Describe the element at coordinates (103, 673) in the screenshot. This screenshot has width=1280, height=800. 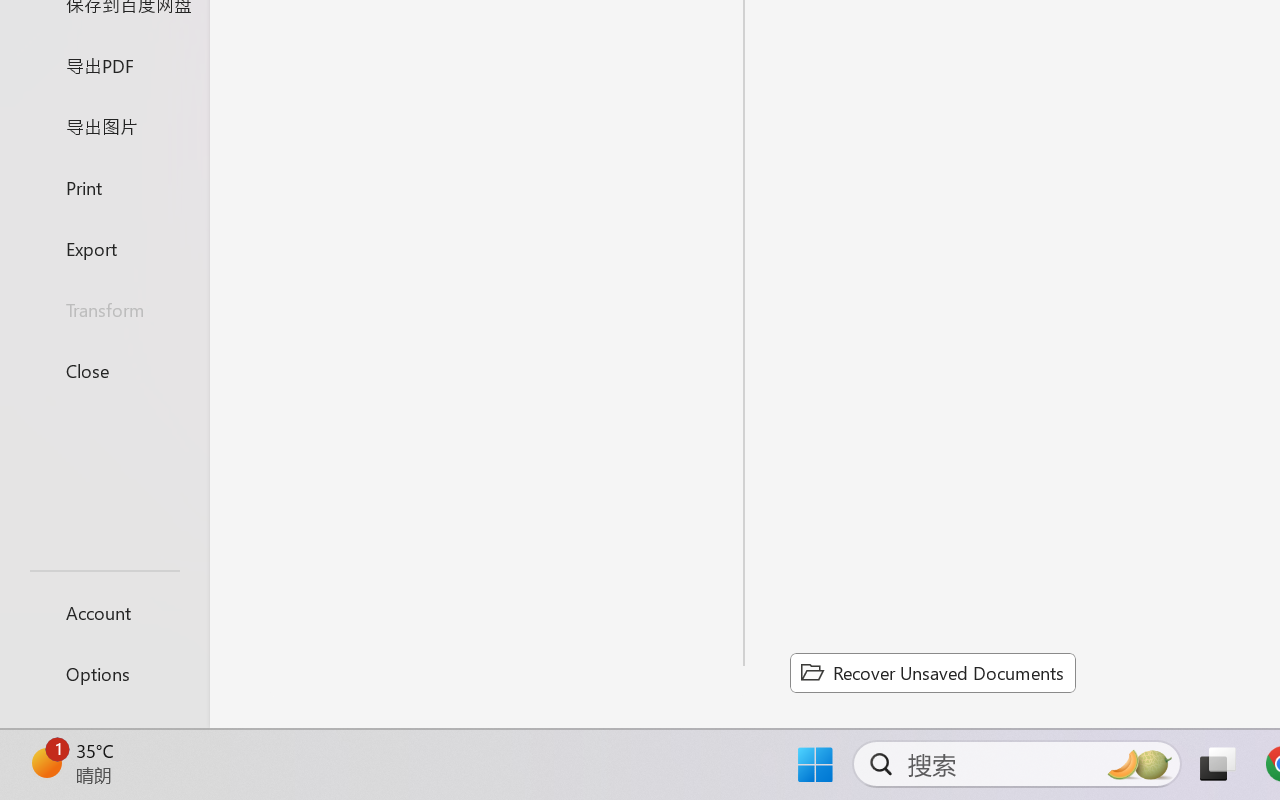
I see `'Options'` at that location.